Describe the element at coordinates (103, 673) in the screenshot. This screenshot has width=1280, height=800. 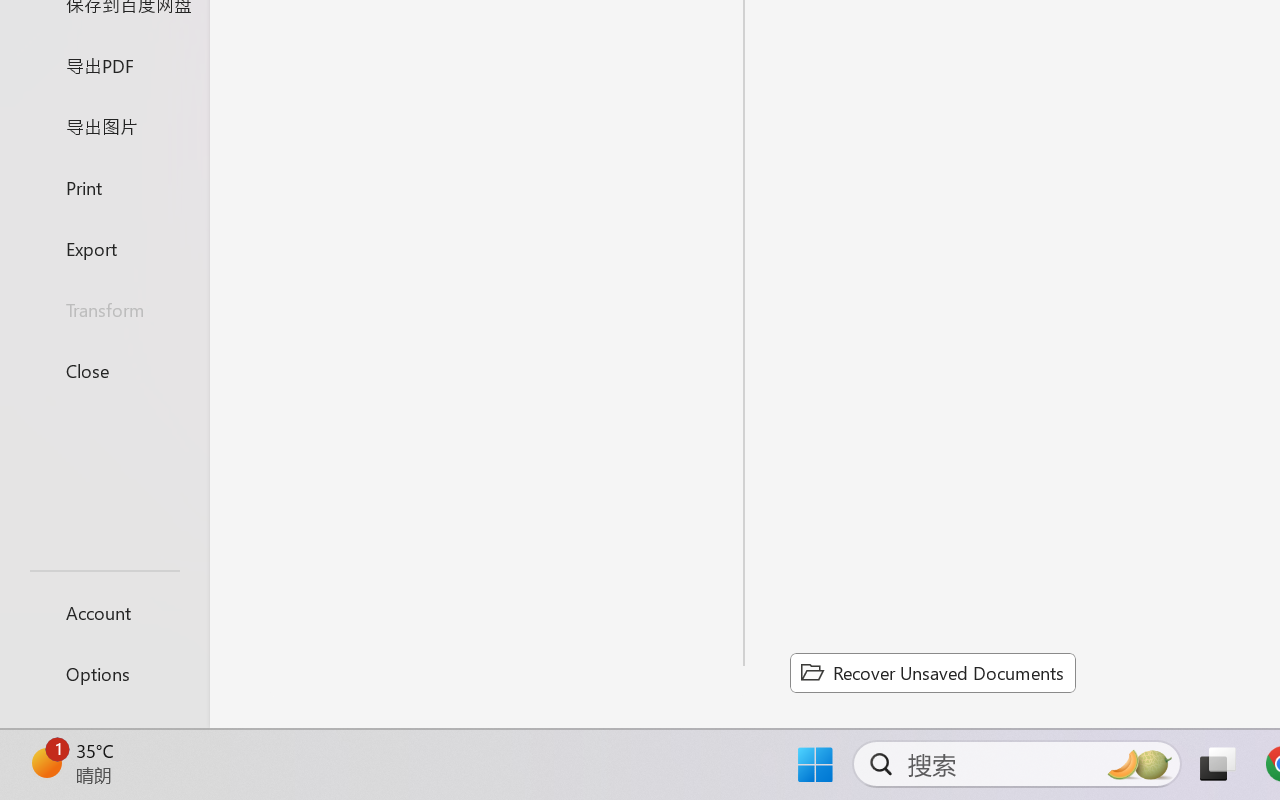
I see `'Options'` at that location.